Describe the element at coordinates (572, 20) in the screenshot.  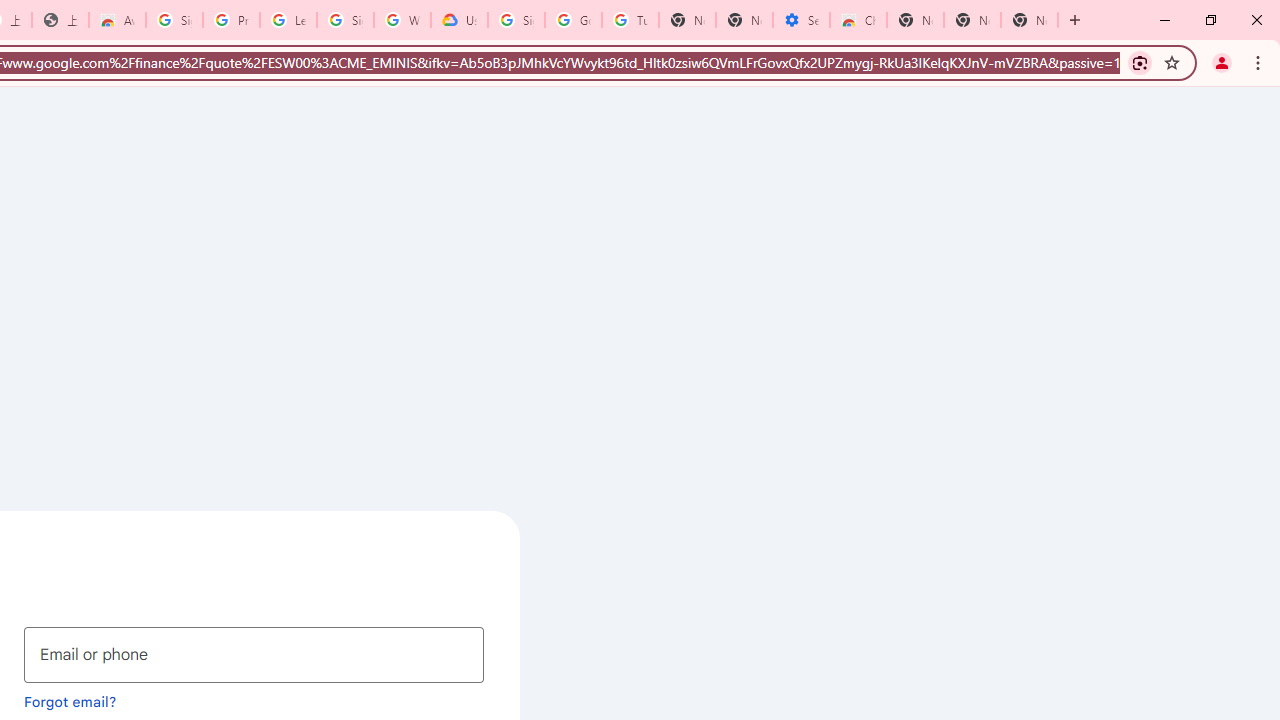
I see `'Google Account Help'` at that location.